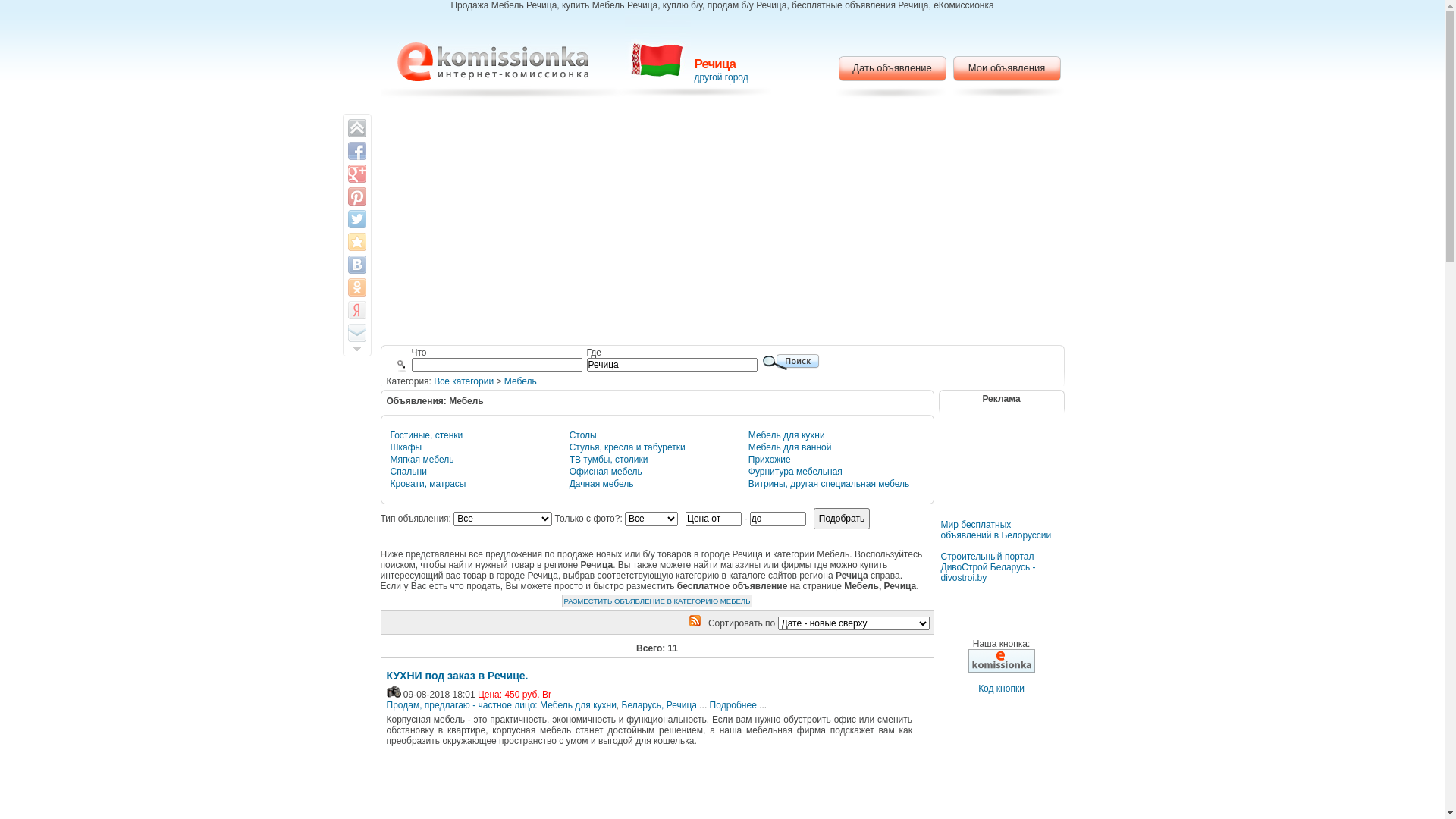  What do you see at coordinates (356, 241) in the screenshot?
I see `'Save to Browser Favorites'` at bounding box center [356, 241].